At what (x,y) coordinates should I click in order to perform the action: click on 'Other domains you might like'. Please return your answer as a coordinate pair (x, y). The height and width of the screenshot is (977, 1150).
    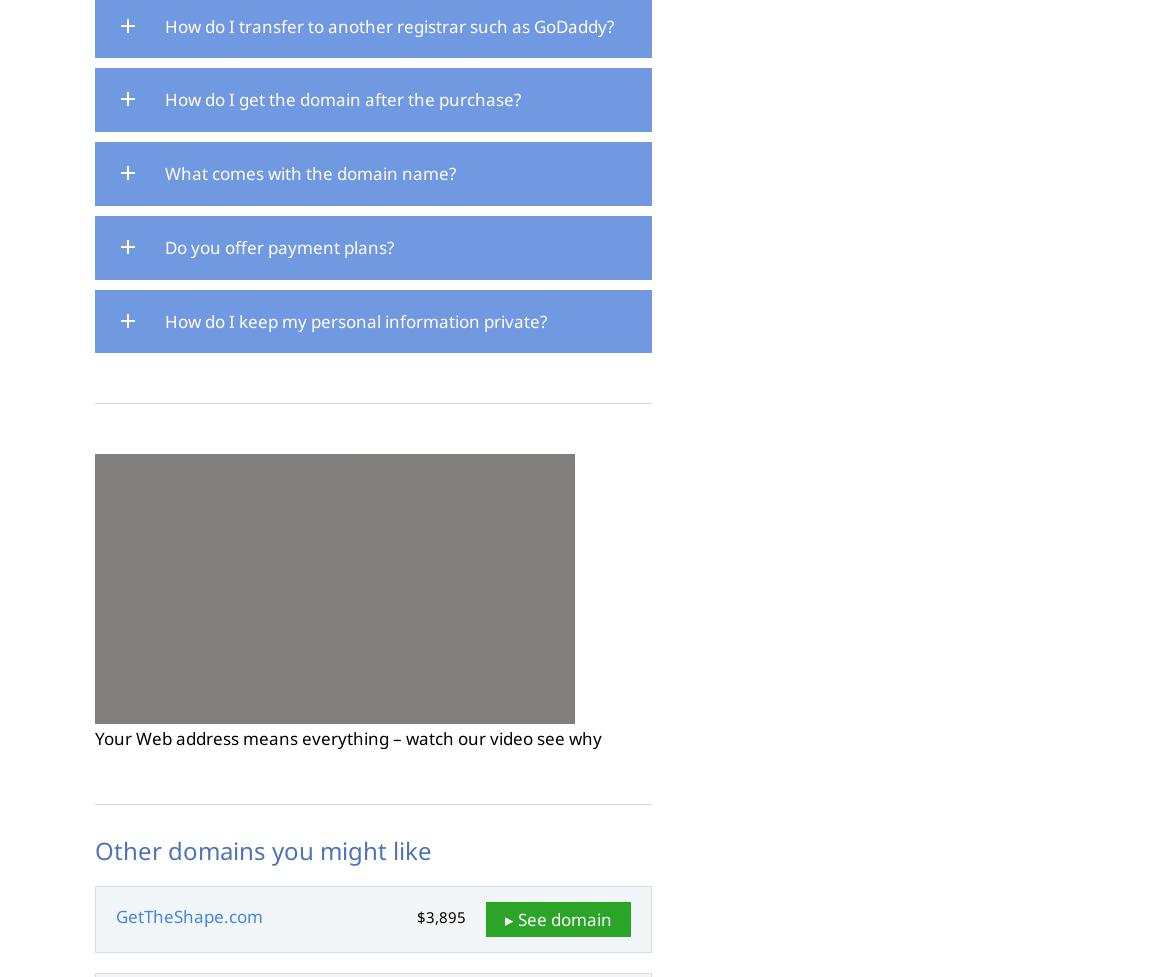
    Looking at the image, I should click on (262, 849).